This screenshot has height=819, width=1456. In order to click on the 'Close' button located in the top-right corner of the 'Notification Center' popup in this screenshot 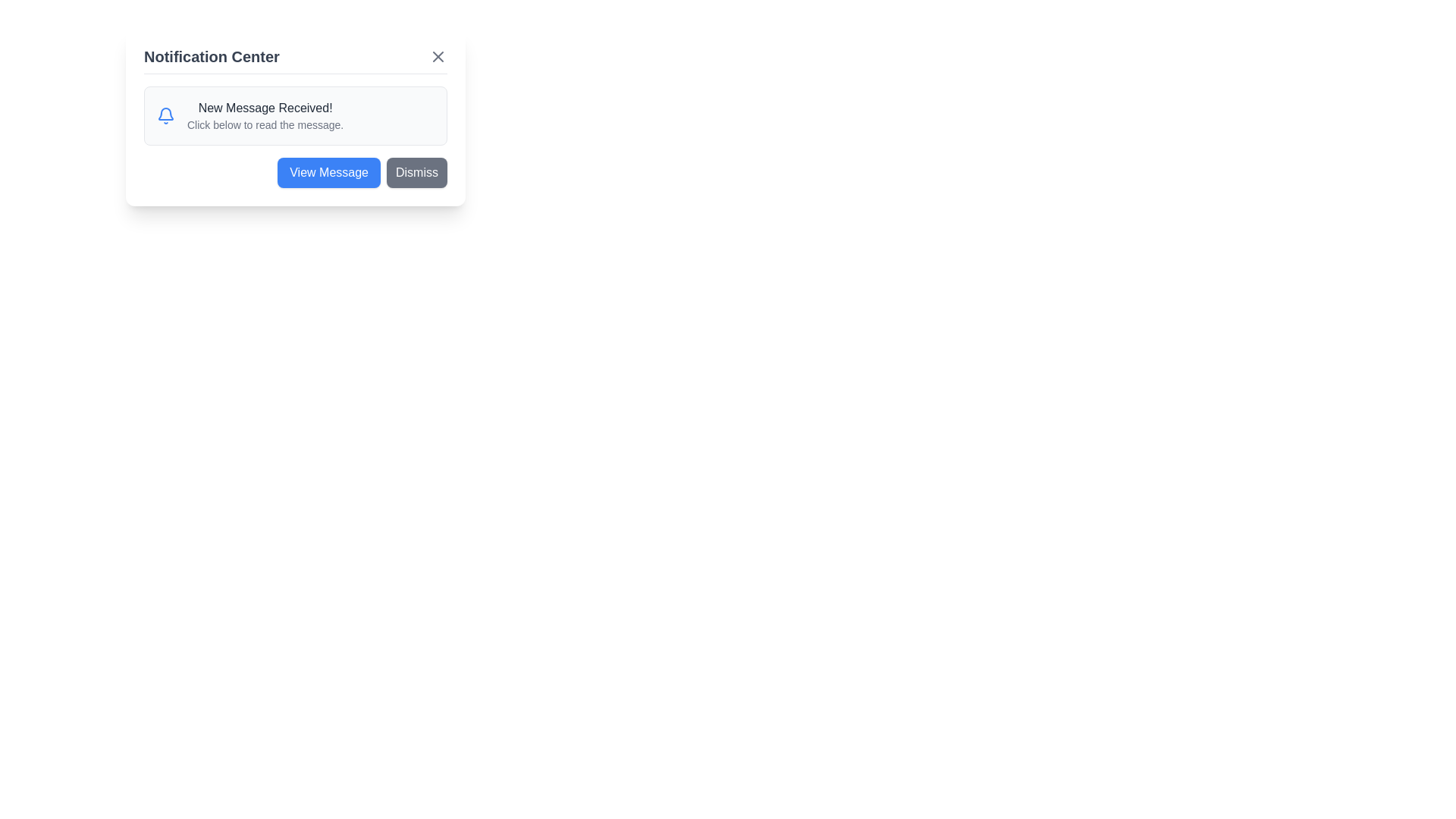, I will do `click(437, 55)`.